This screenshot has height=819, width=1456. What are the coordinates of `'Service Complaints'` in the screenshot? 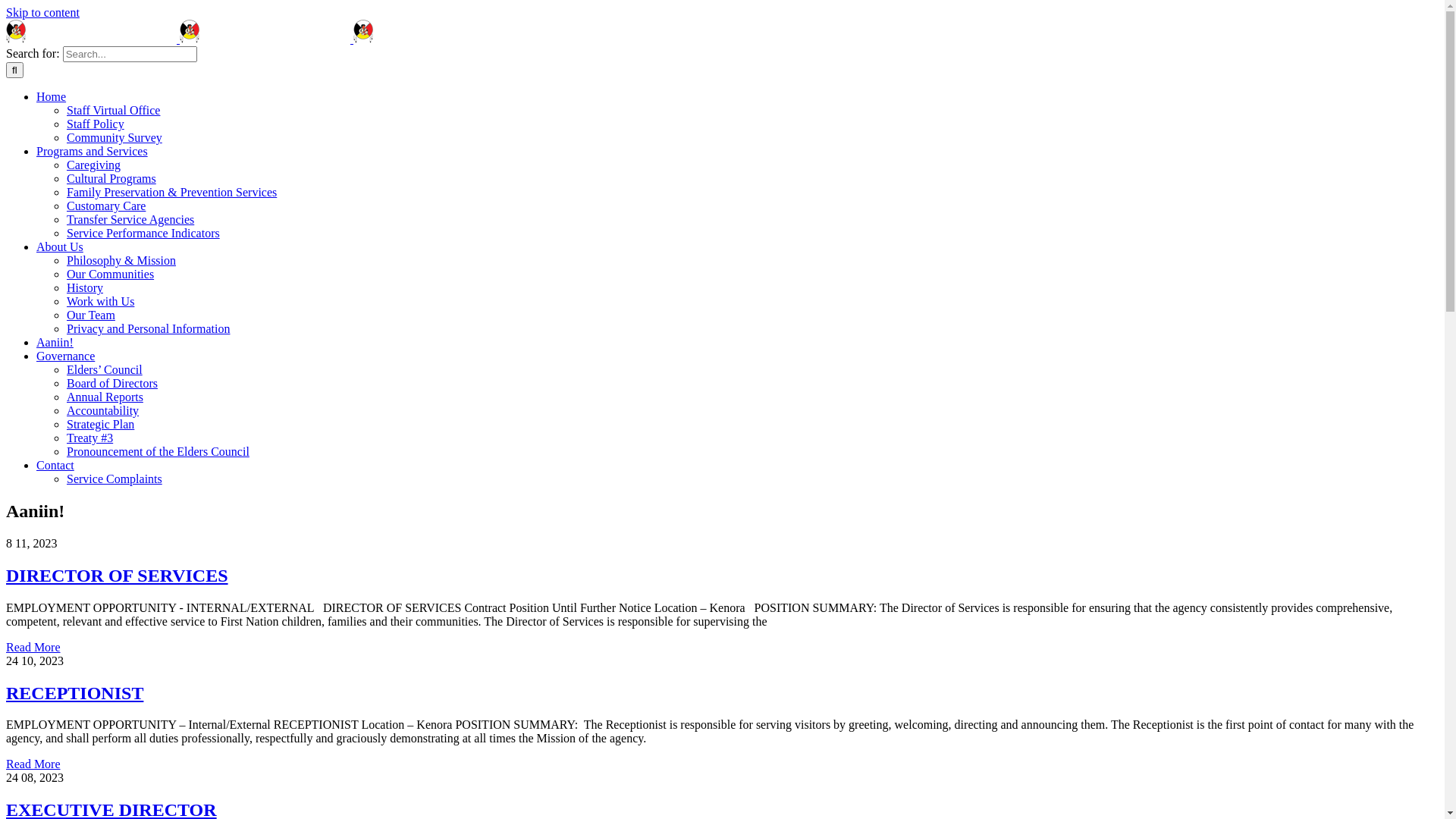 It's located at (113, 479).